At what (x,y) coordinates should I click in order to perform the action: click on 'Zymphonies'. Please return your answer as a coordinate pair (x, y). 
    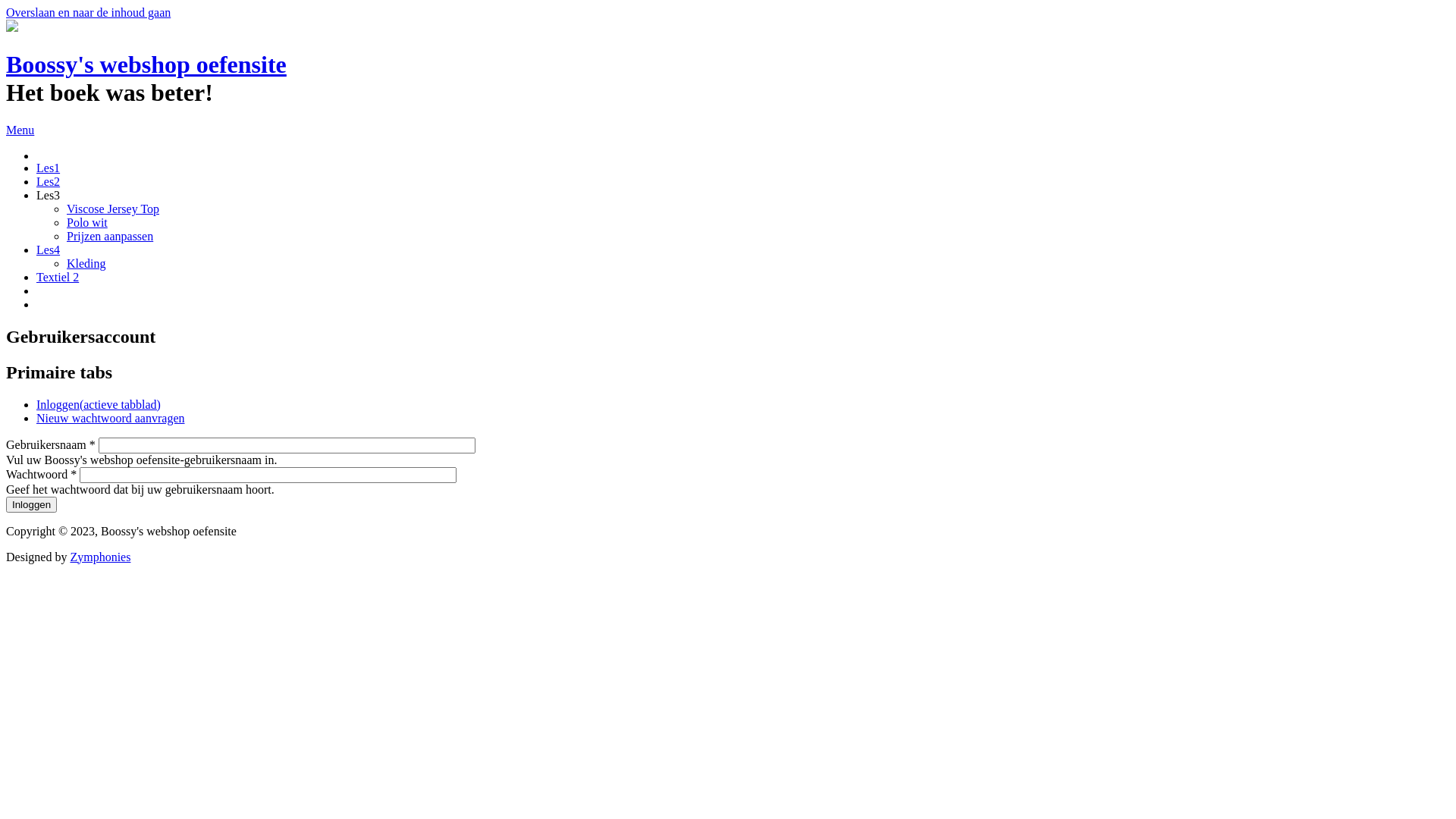
    Looking at the image, I should click on (68, 557).